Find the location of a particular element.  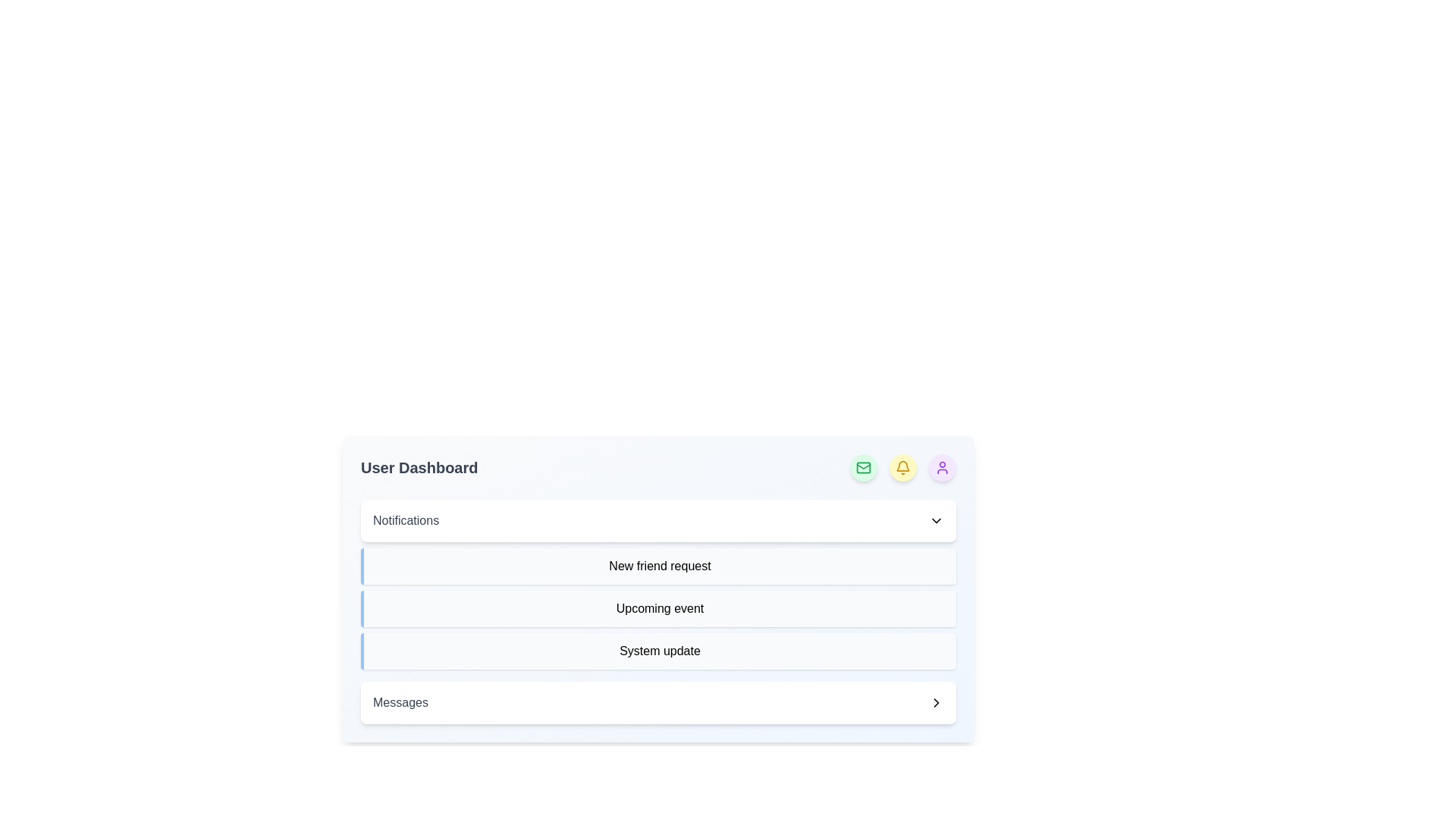

the Chevron Arrow icon located at the rightmost section of a functional component in the dashboard is located at coordinates (935, 702).